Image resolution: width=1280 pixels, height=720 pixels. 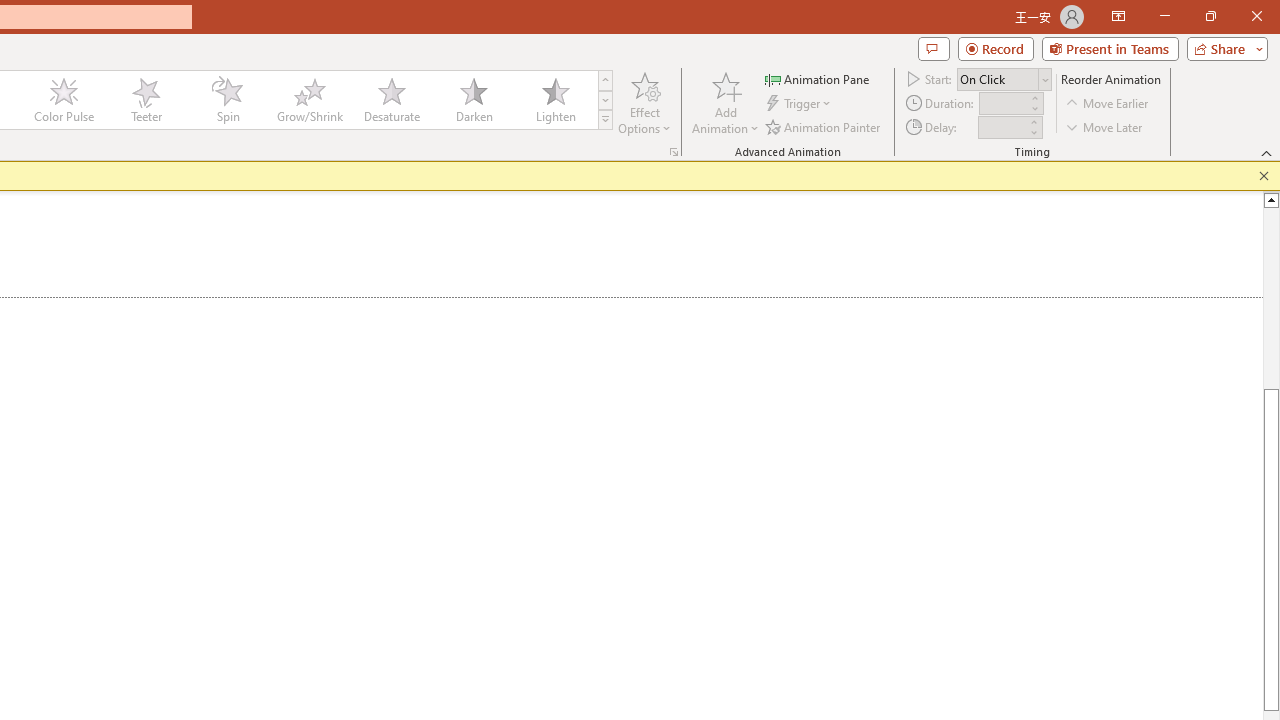 I want to click on 'Move Earlier', so click(x=1106, y=103).